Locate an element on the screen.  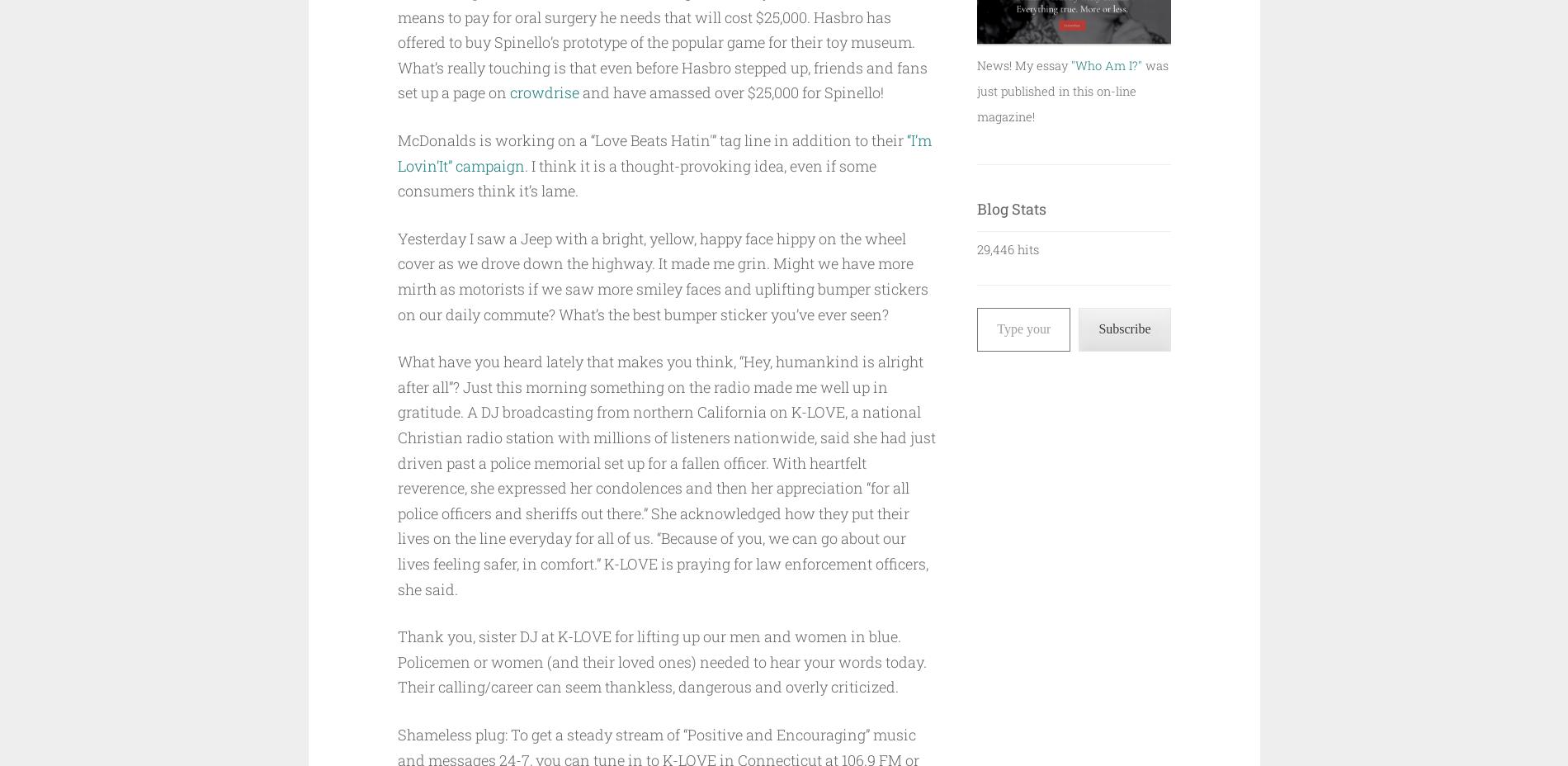
'. I think it is a thought-provoking idea, even if some consumers think it’s lame.' is located at coordinates (635, 177).